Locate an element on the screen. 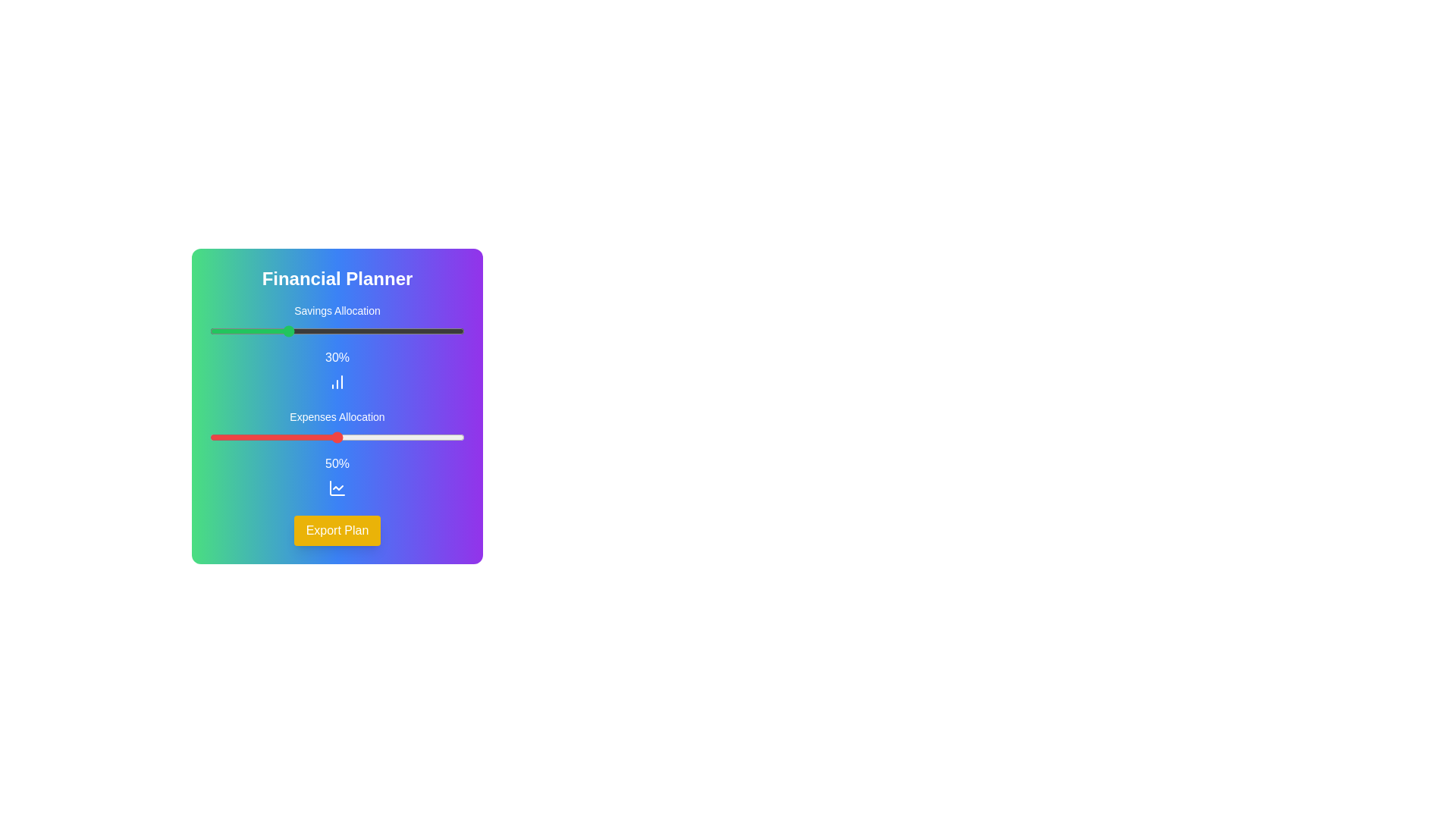 The height and width of the screenshot is (819, 1456). the expenses allocation slider is located at coordinates (365, 438).